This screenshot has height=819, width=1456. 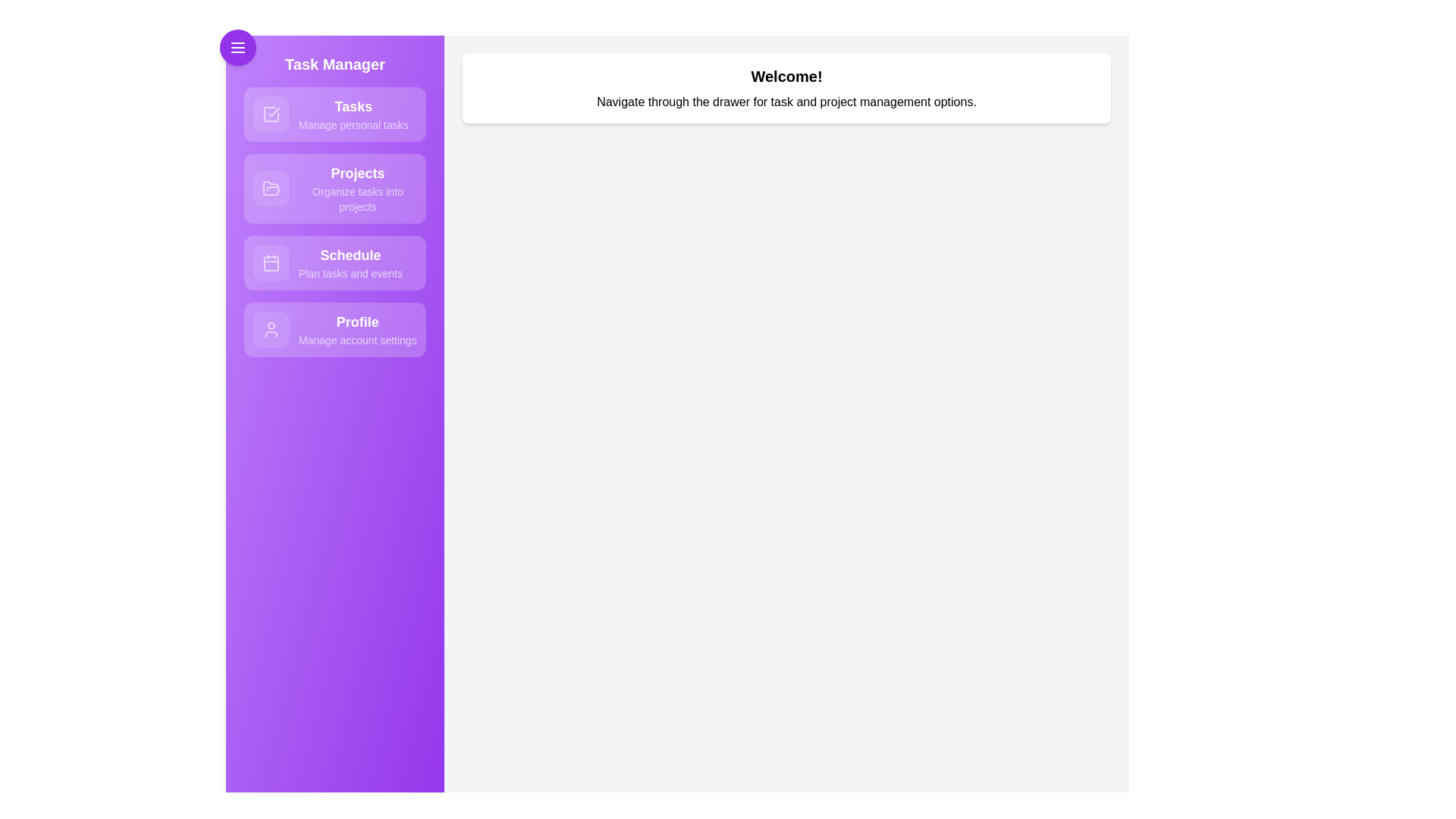 What do you see at coordinates (237, 46) in the screenshot?
I see `the menu button to toggle the sidebar visibility` at bounding box center [237, 46].